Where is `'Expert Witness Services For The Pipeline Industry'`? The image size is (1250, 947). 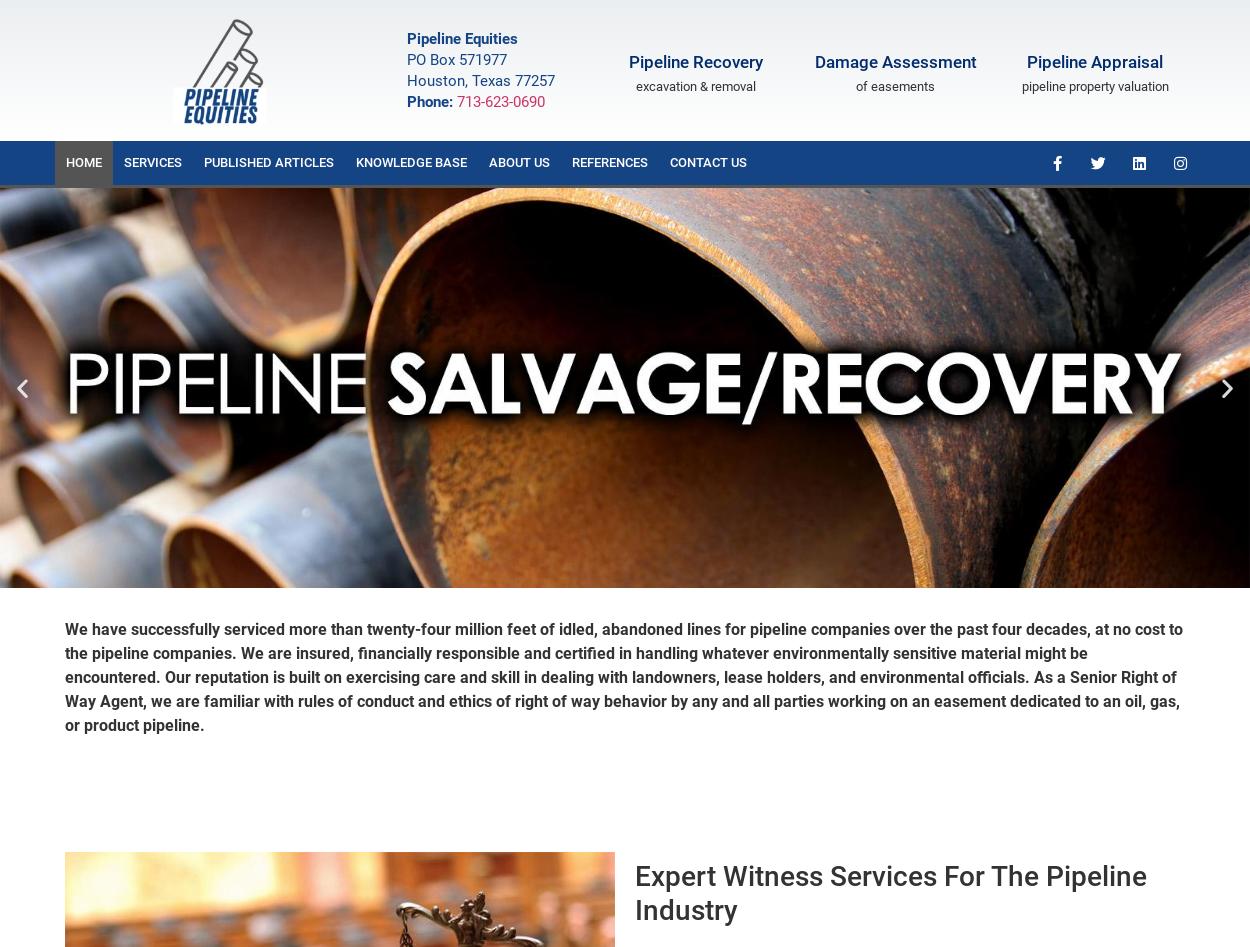 'Expert Witness Services For The Pipeline Industry' is located at coordinates (635, 892).